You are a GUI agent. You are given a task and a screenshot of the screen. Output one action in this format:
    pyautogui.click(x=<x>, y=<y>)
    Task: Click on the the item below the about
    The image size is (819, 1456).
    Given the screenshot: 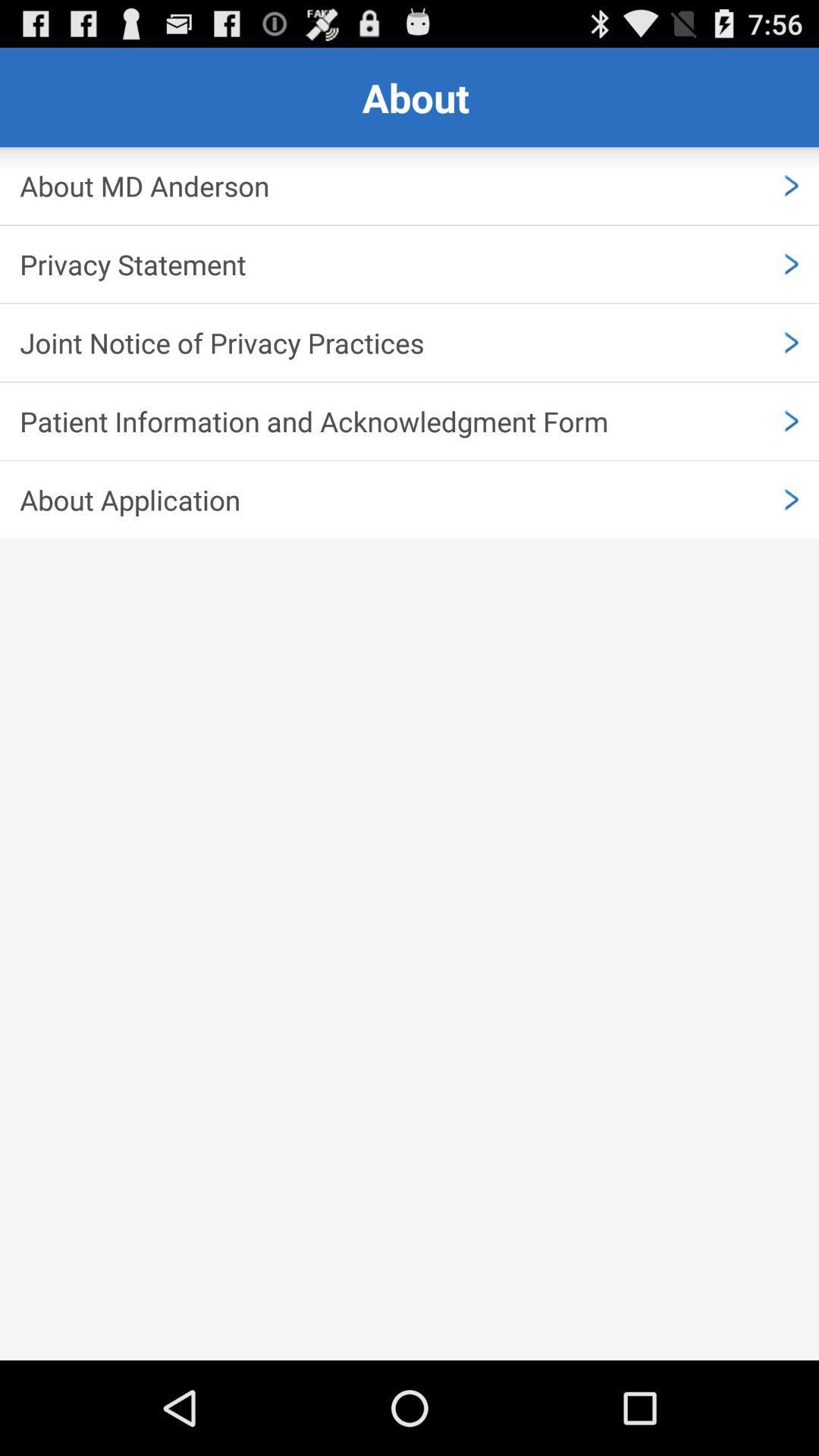 What is the action you would take?
    pyautogui.click(x=409, y=185)
    